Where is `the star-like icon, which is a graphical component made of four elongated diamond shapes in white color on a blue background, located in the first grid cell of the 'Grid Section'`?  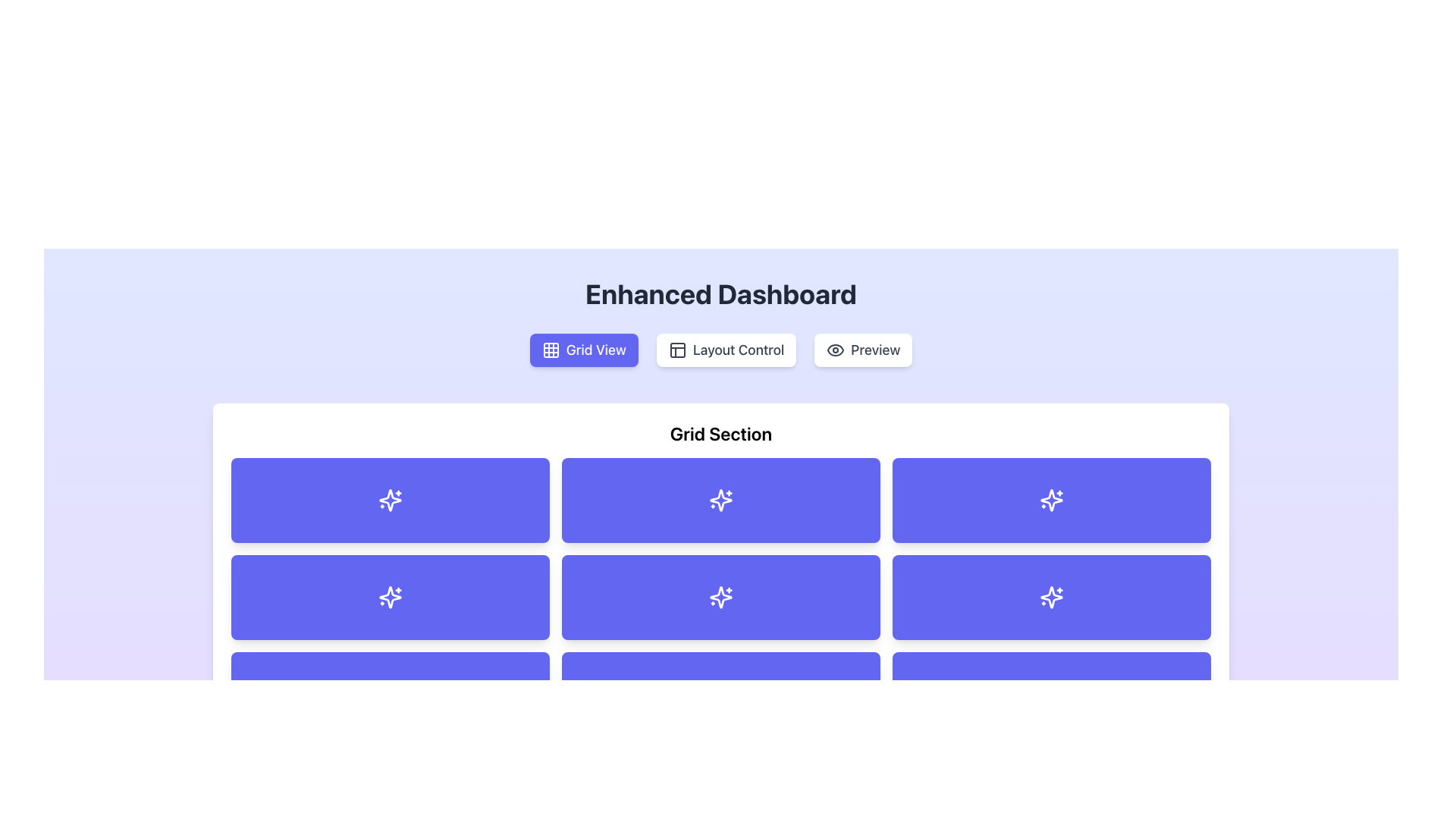
the star-like icon, which is a graphical component made of four elongated diamond shapes in white color on a blue background, located in the first grid cell of the 'Grid Section' is located at coordinates (391, 500).